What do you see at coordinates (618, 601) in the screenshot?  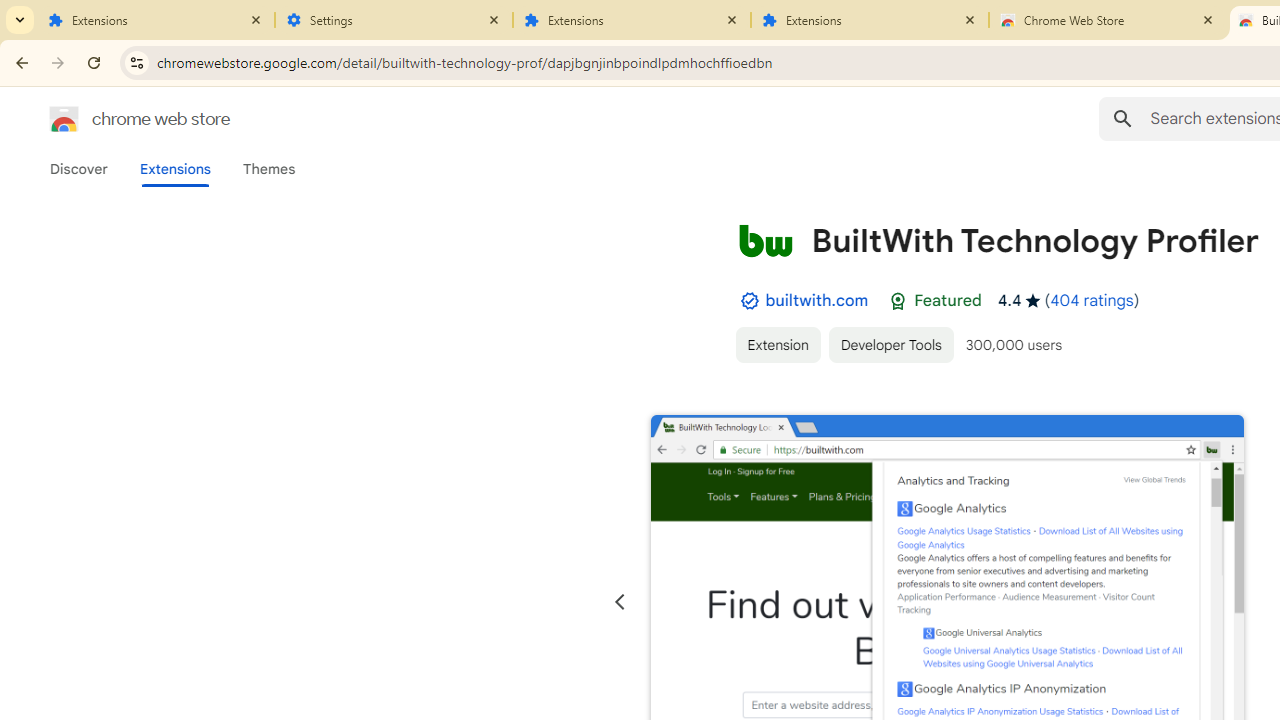 I see `'Previous slide'` at bounding box center [618, 601].